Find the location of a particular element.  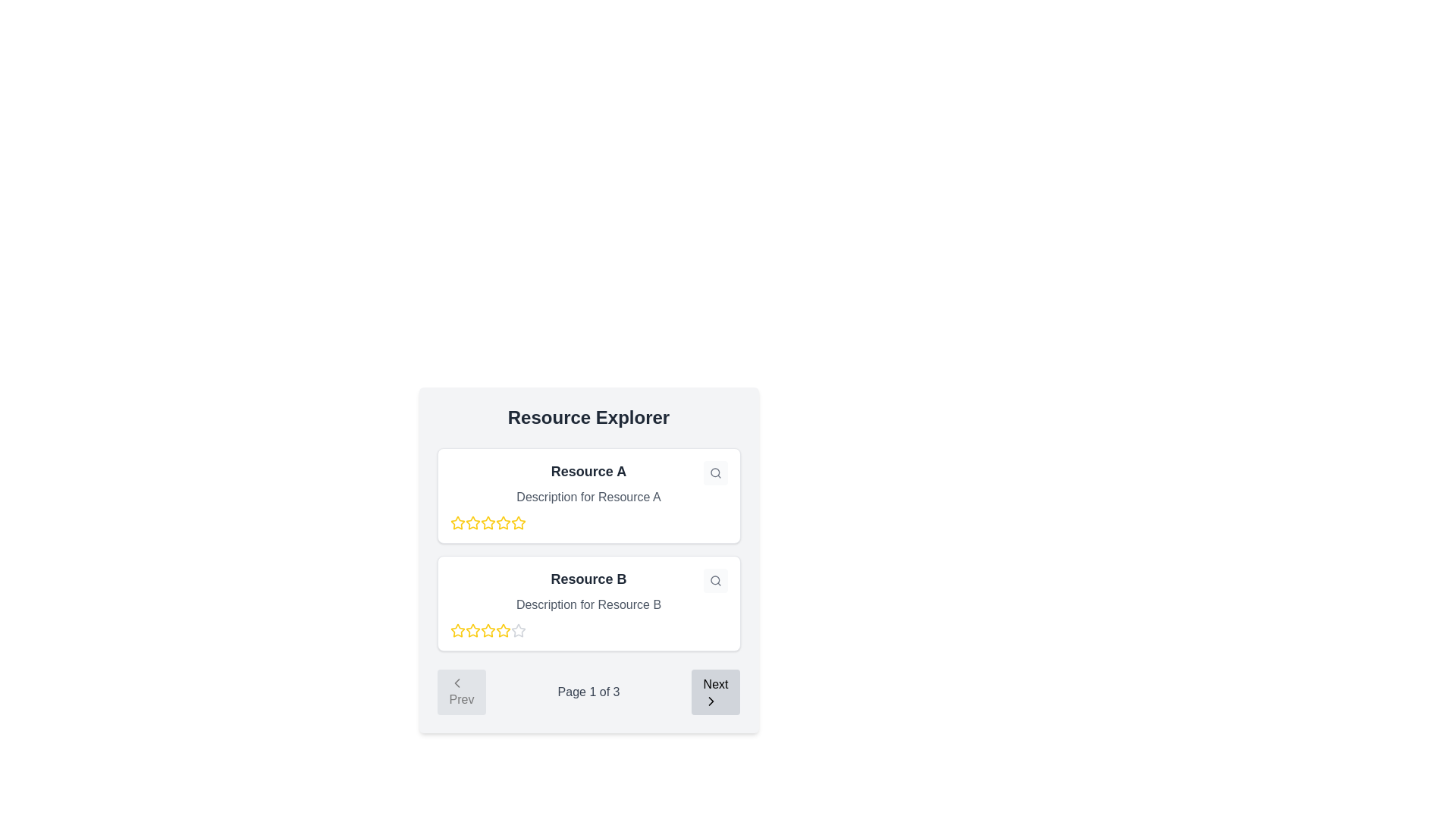

'Page 1 of 3' text displayed in the center of the pagination control located at the bottom of the 'Resource Explorer' section is located at coordinates (588, 692).